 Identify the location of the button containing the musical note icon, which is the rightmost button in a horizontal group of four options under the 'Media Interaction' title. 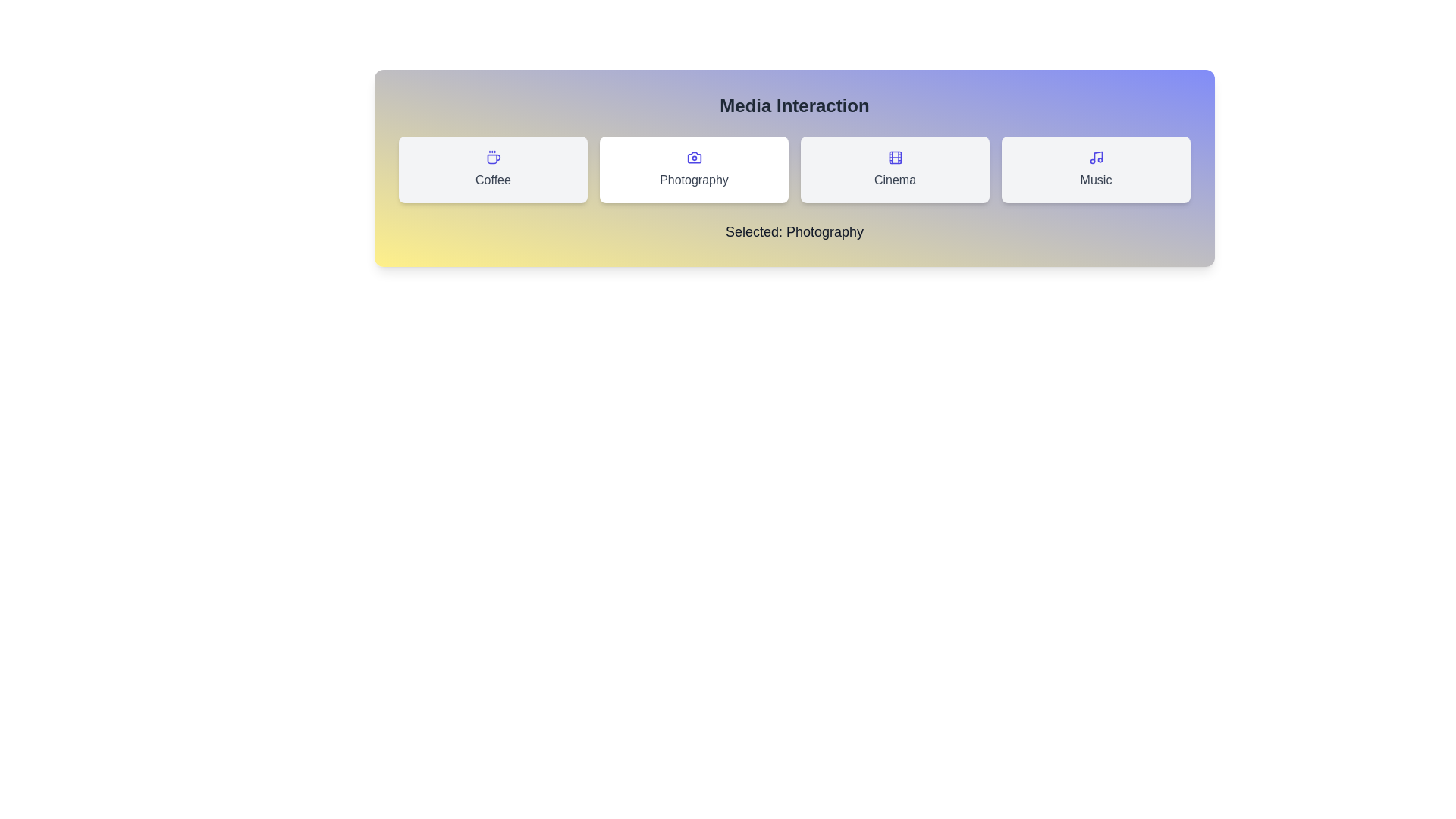
(1098, 156).